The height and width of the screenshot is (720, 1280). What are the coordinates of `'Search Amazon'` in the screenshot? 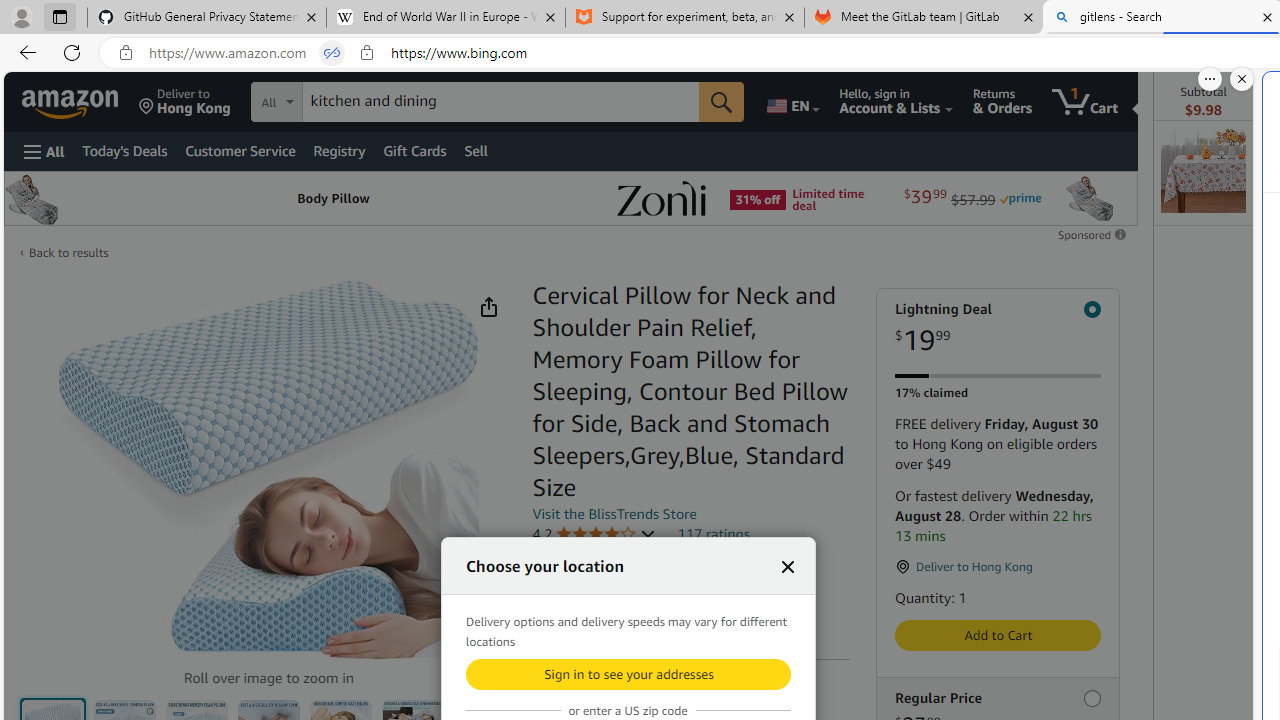 It's located at (501, 101).